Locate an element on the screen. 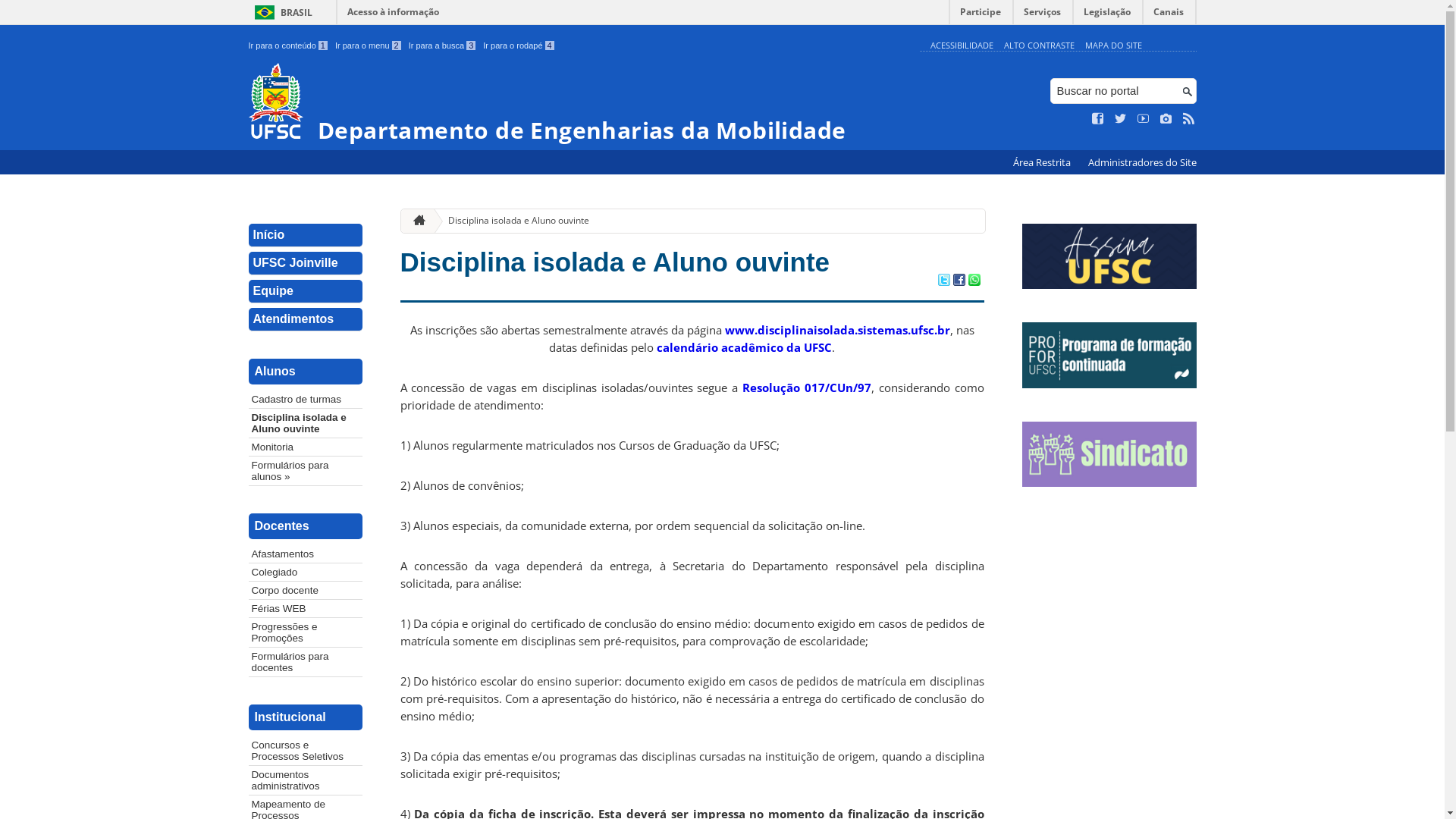 Image resolution: width=1456 pixels, height=819 pixels. 'Veja no Instagram' is located at coordinates (1165, 118).